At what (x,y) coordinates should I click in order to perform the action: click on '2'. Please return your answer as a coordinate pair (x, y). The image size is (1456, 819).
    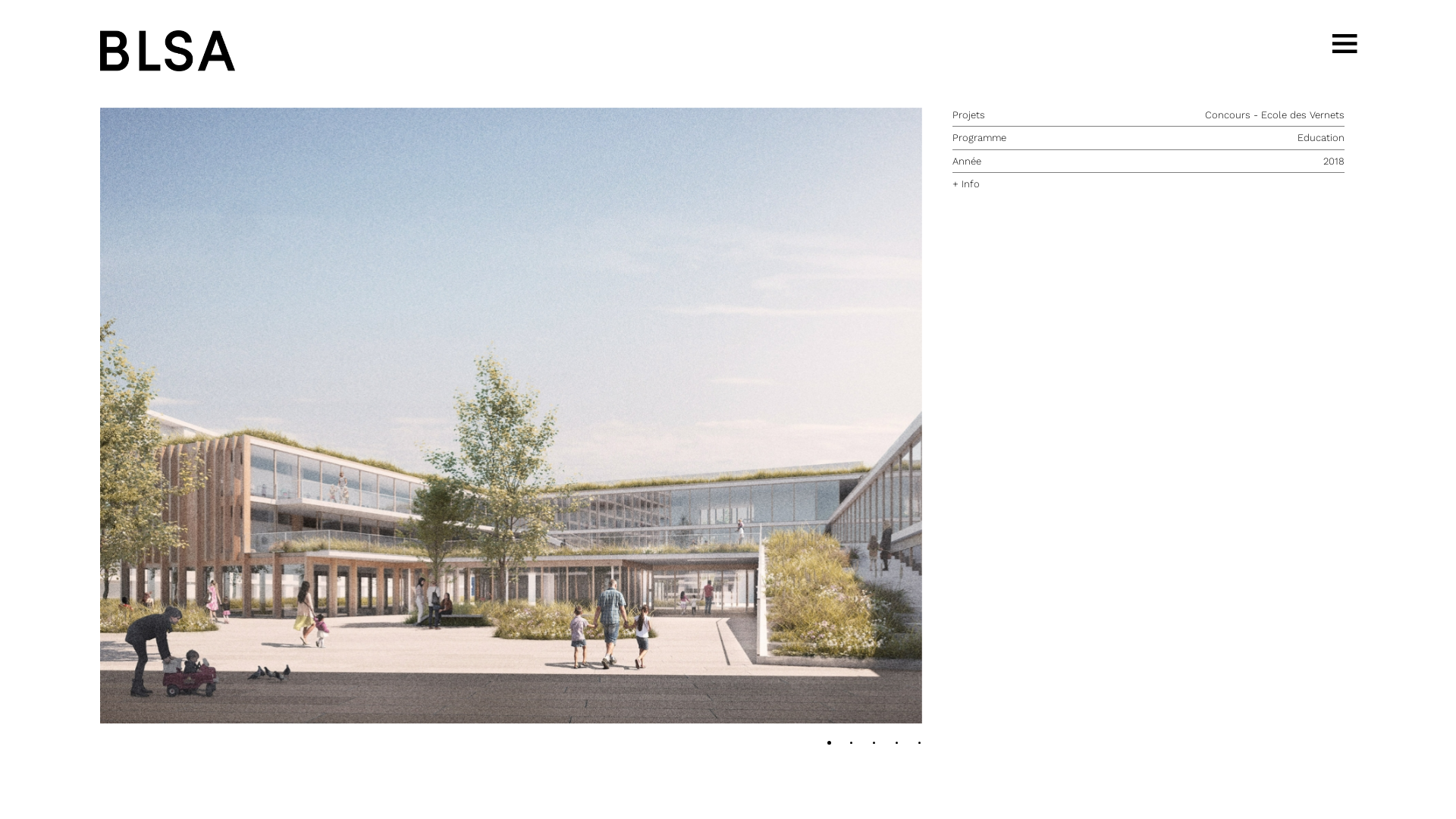
    Looking at the image, I should click on (865, 745).